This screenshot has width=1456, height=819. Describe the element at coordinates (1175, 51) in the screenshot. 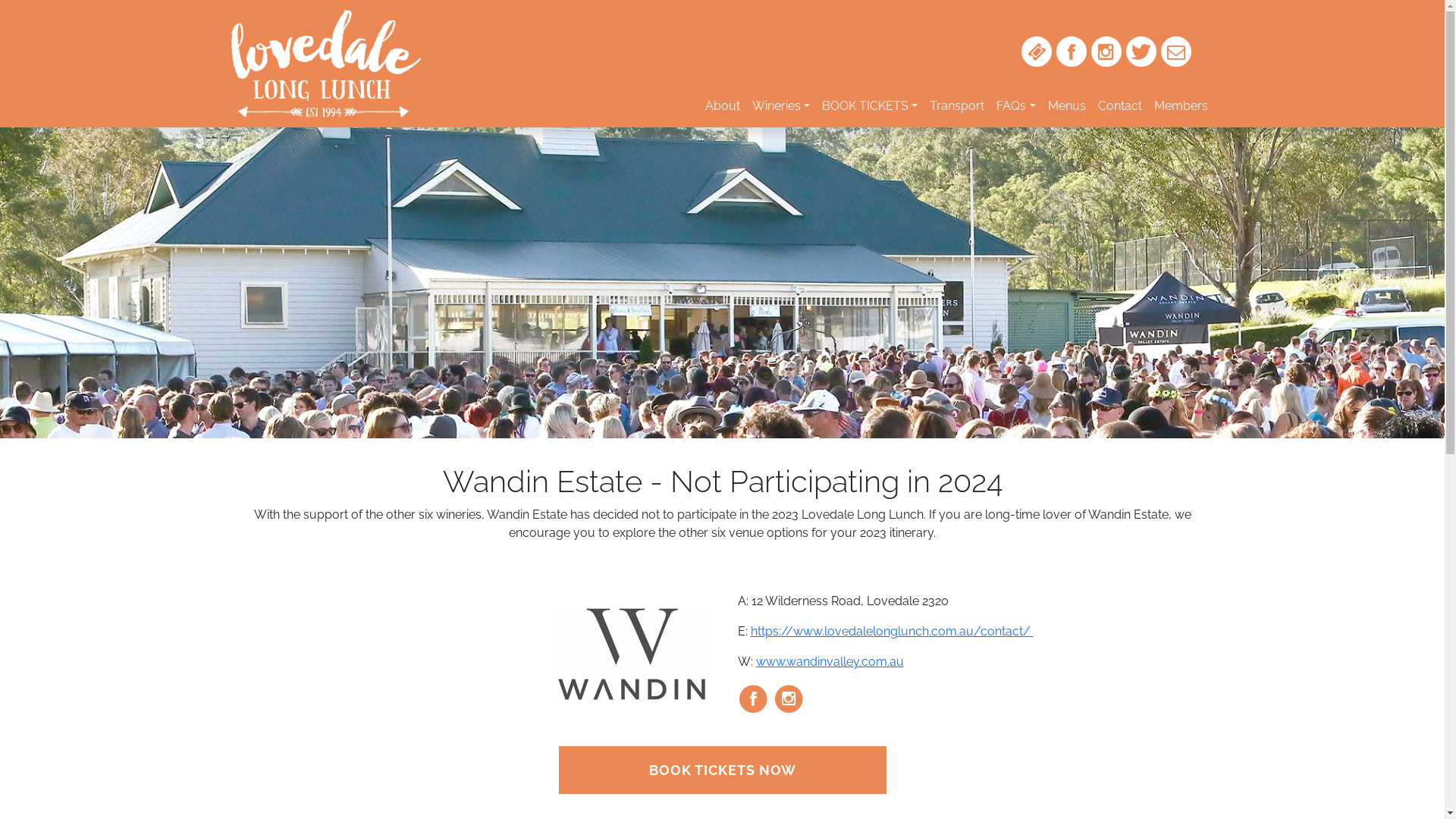

I see `'Sign up to our newsletter'` at that location.